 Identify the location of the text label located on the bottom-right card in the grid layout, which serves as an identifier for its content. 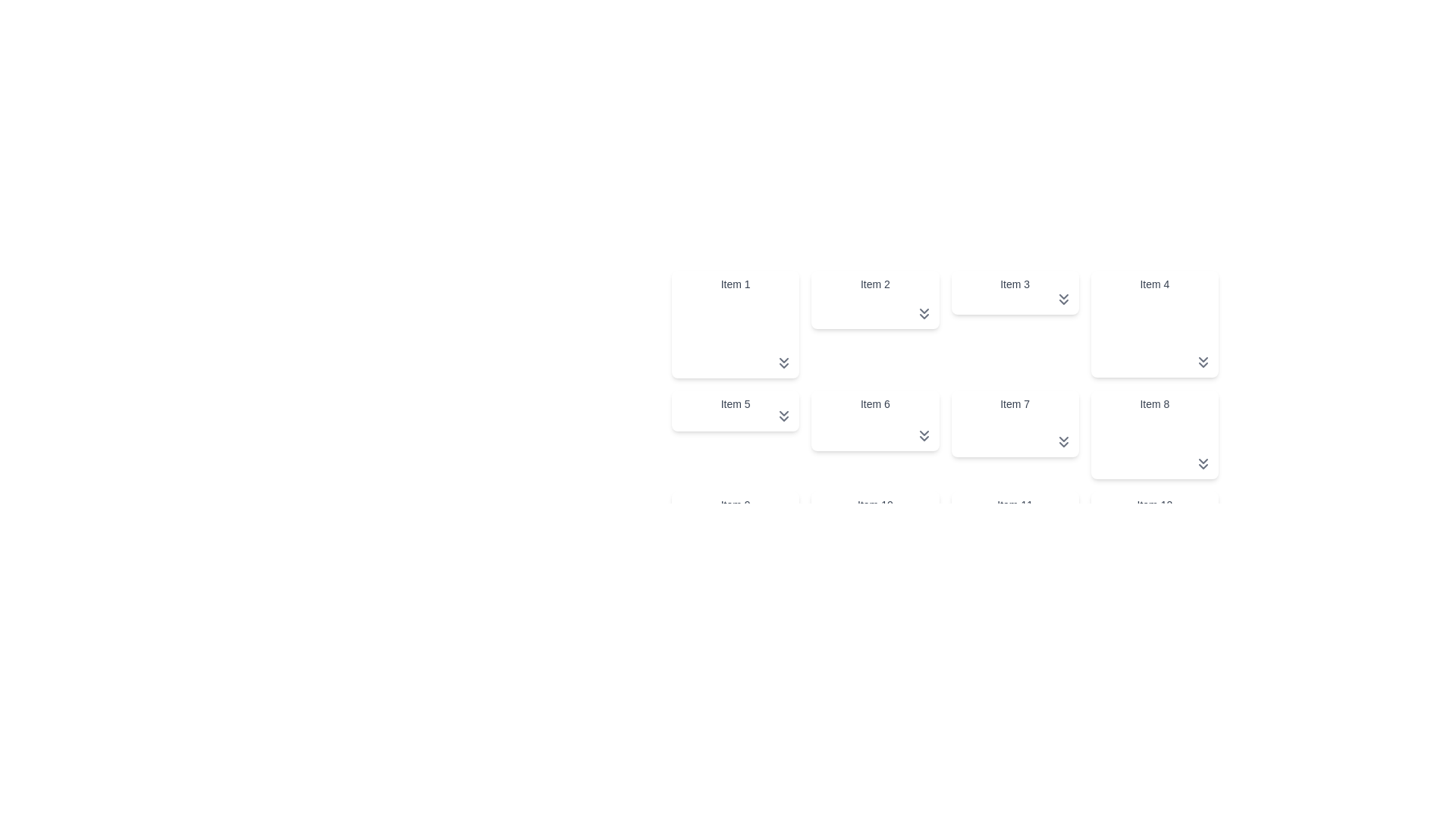
(1015, 504).